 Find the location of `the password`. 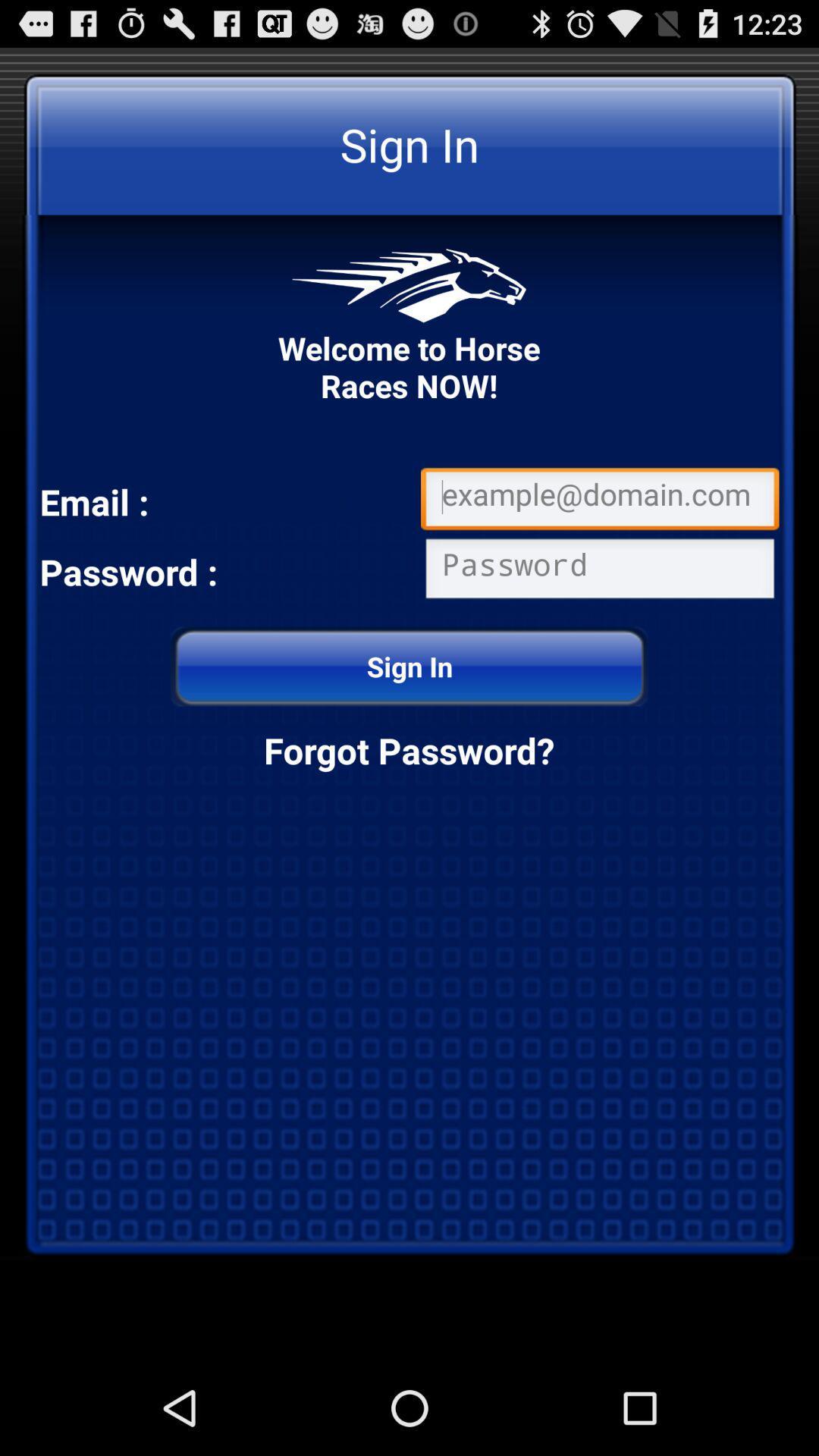

the password is located at coordinates (599, 571).